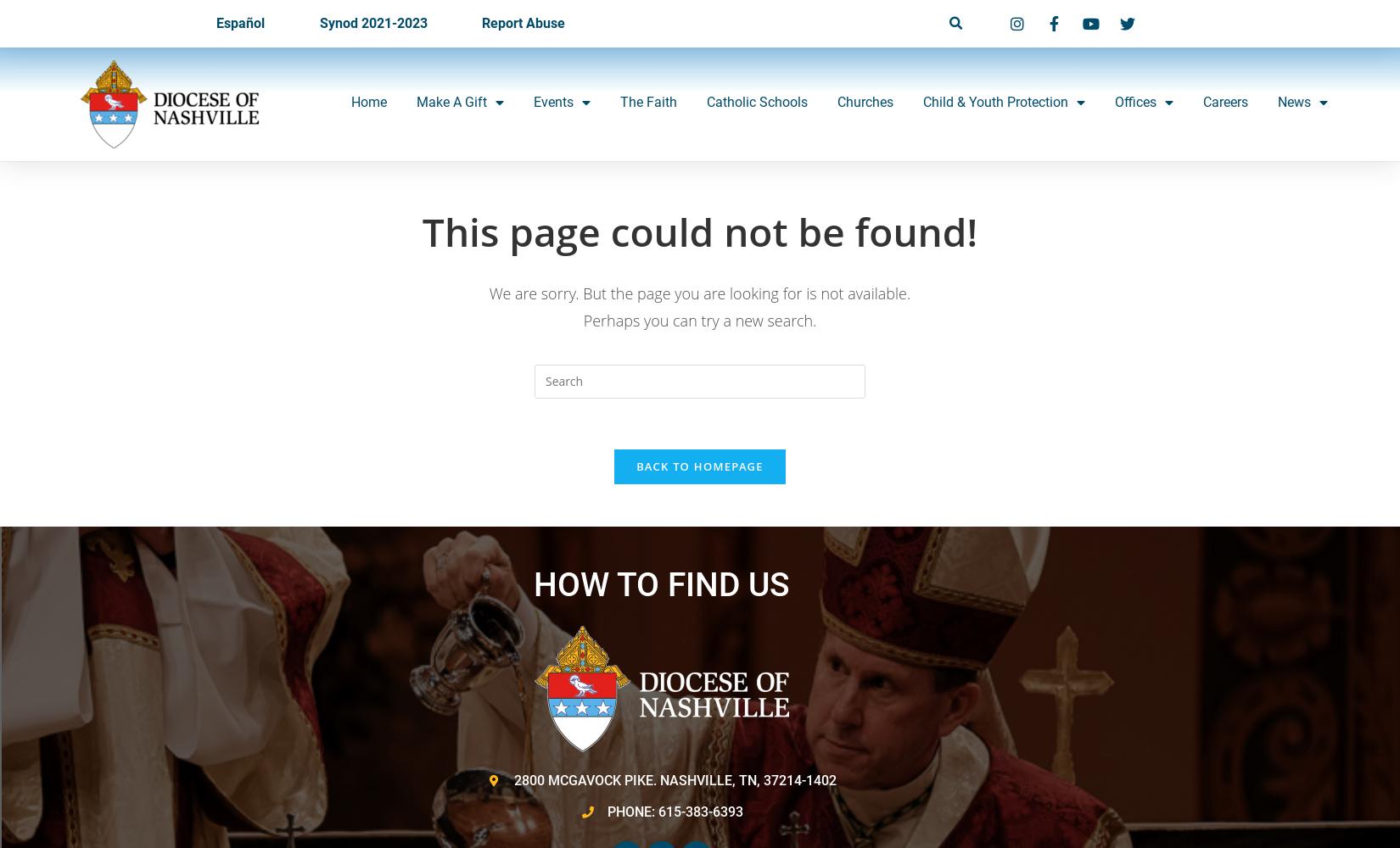 This screenshot has width=1400, height=848. Describe the element at coordinates (660, 584) in the screenshot. I see `'HOW TO FIND US'` at that location.